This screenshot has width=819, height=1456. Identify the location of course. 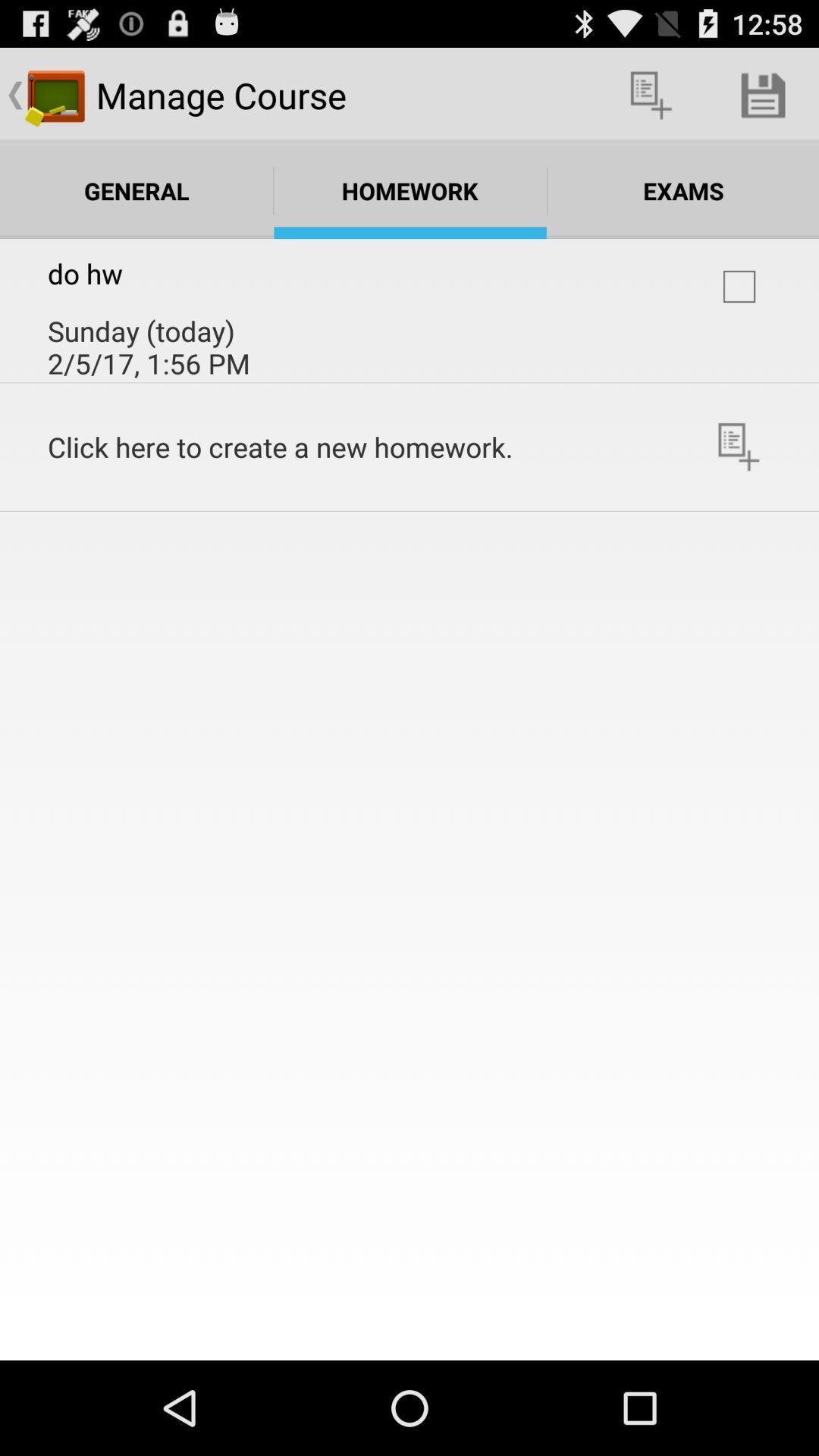
(739, 287).